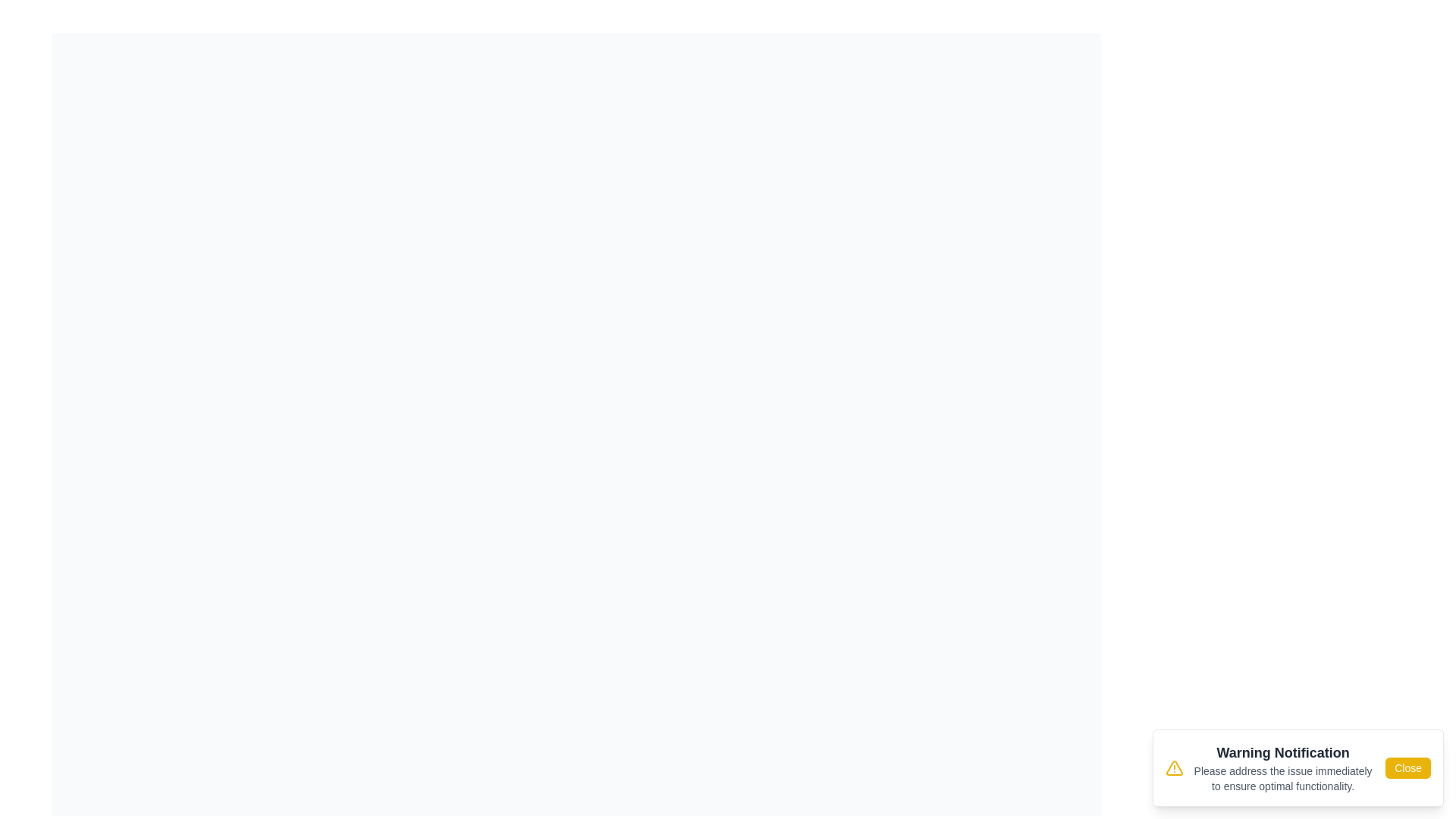 This screenshot has height=819, width=1456. Describe the element at coordinates (1407, 768) in the screenshot. I see `the 'Close' button to dismiss the notification` at that location.